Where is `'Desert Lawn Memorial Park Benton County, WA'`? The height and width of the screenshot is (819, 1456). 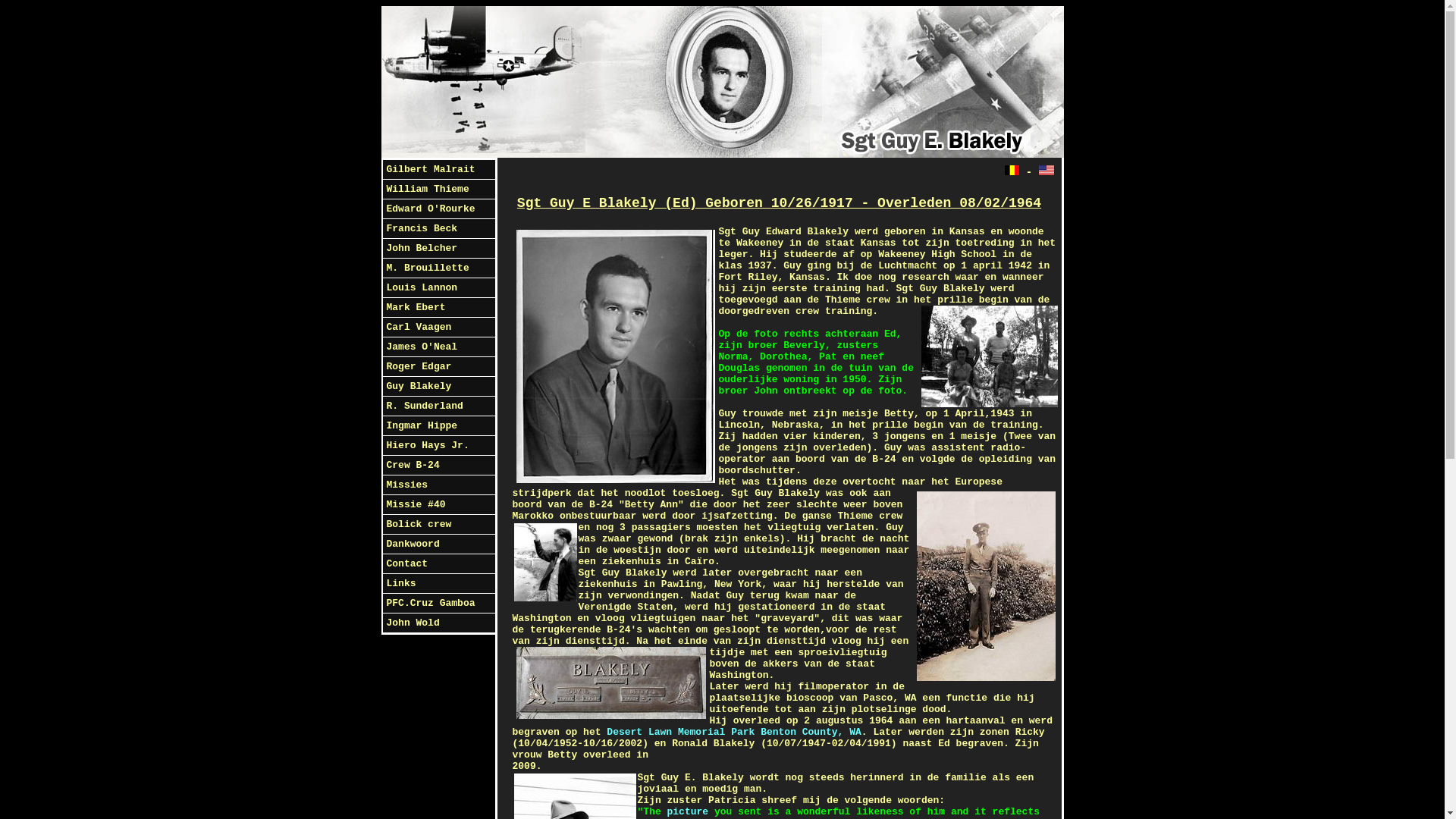
'Desert Lawn Memorial Park Benton County, WA' is located at coordinates (733, 731).